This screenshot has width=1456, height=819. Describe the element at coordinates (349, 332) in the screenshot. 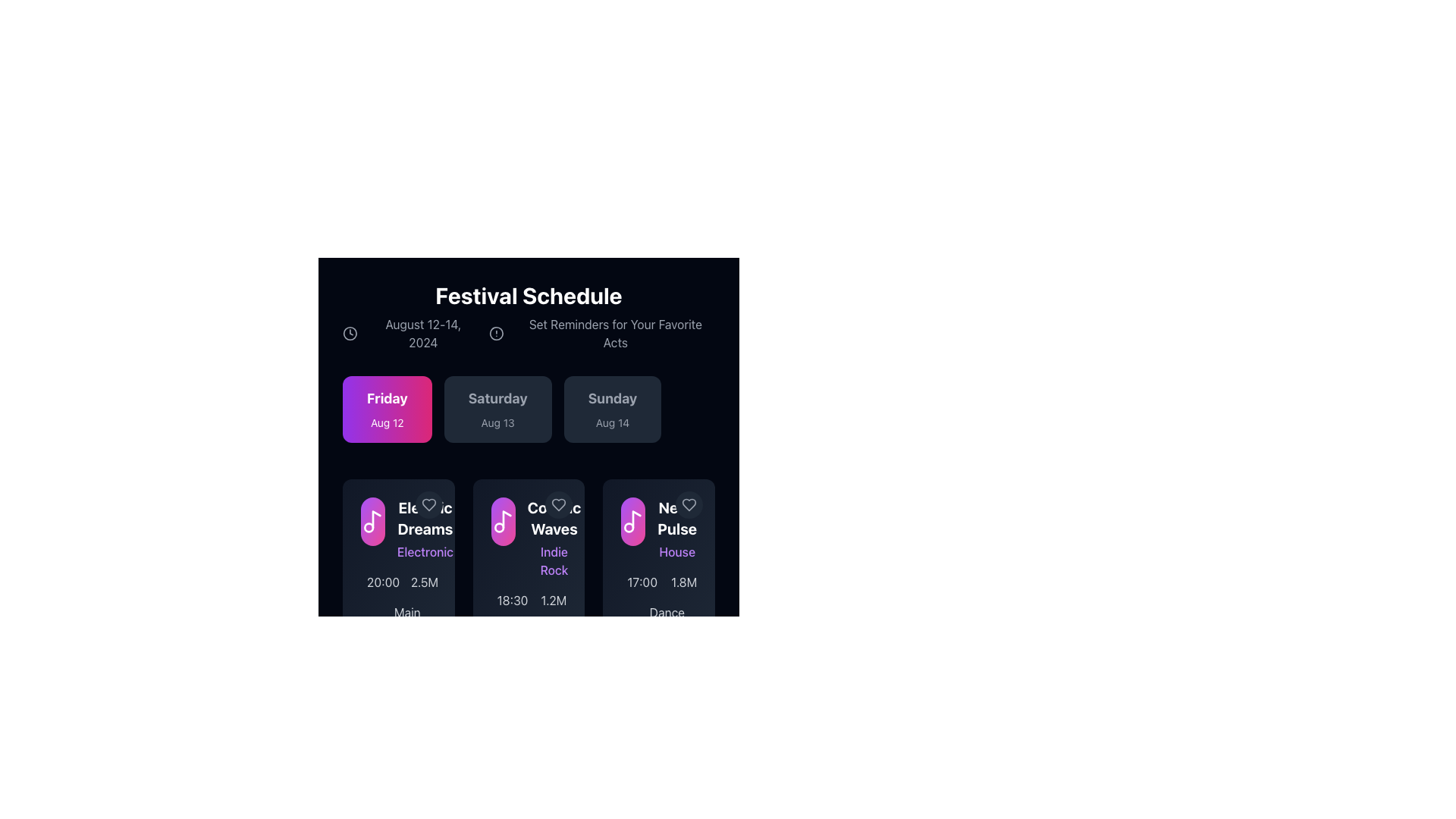

I see `the clock icon located to the left of the text 'August 12-14, 2024'` at that location.